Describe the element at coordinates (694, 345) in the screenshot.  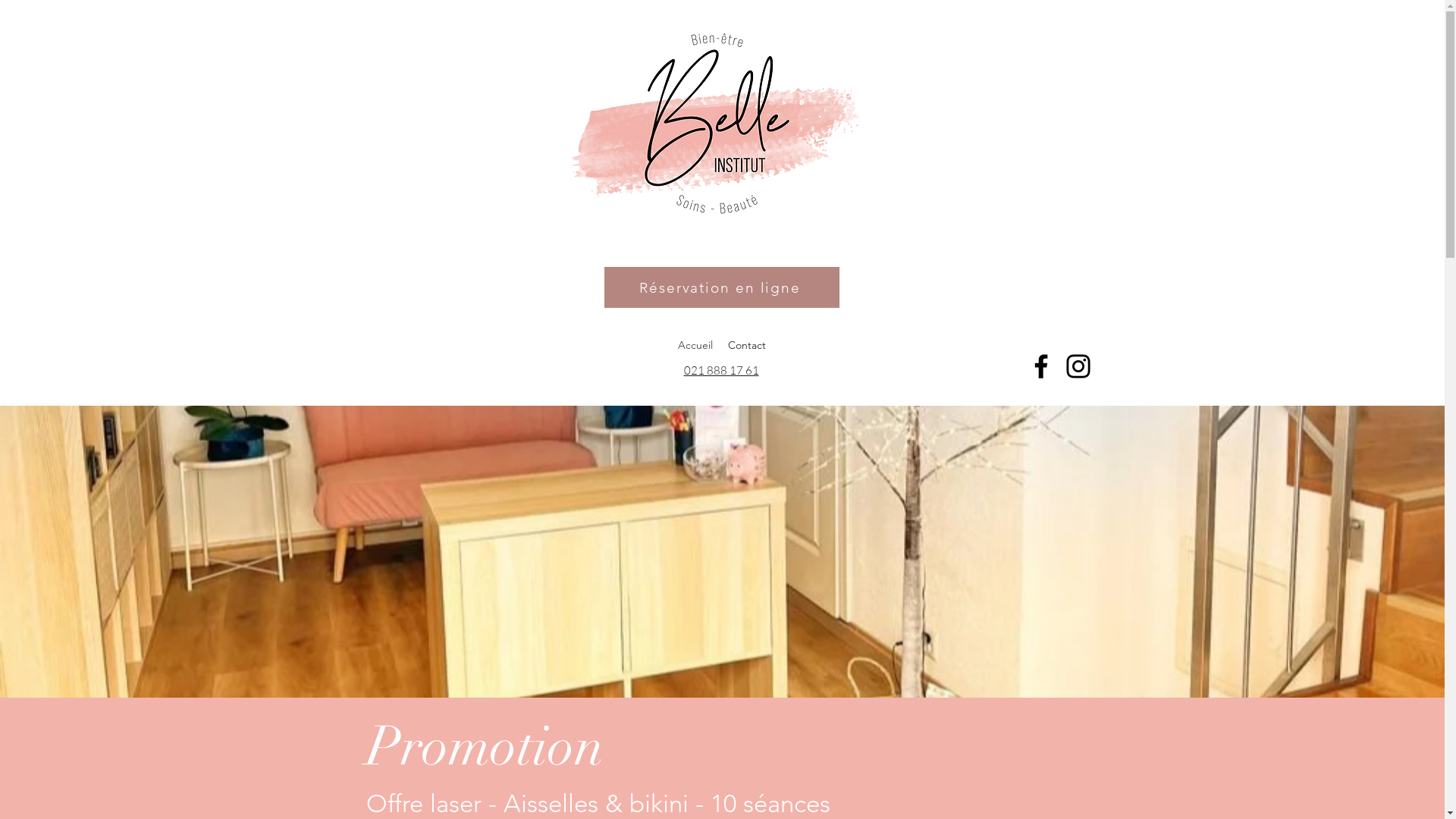
I see `'Accueil'` at that location.